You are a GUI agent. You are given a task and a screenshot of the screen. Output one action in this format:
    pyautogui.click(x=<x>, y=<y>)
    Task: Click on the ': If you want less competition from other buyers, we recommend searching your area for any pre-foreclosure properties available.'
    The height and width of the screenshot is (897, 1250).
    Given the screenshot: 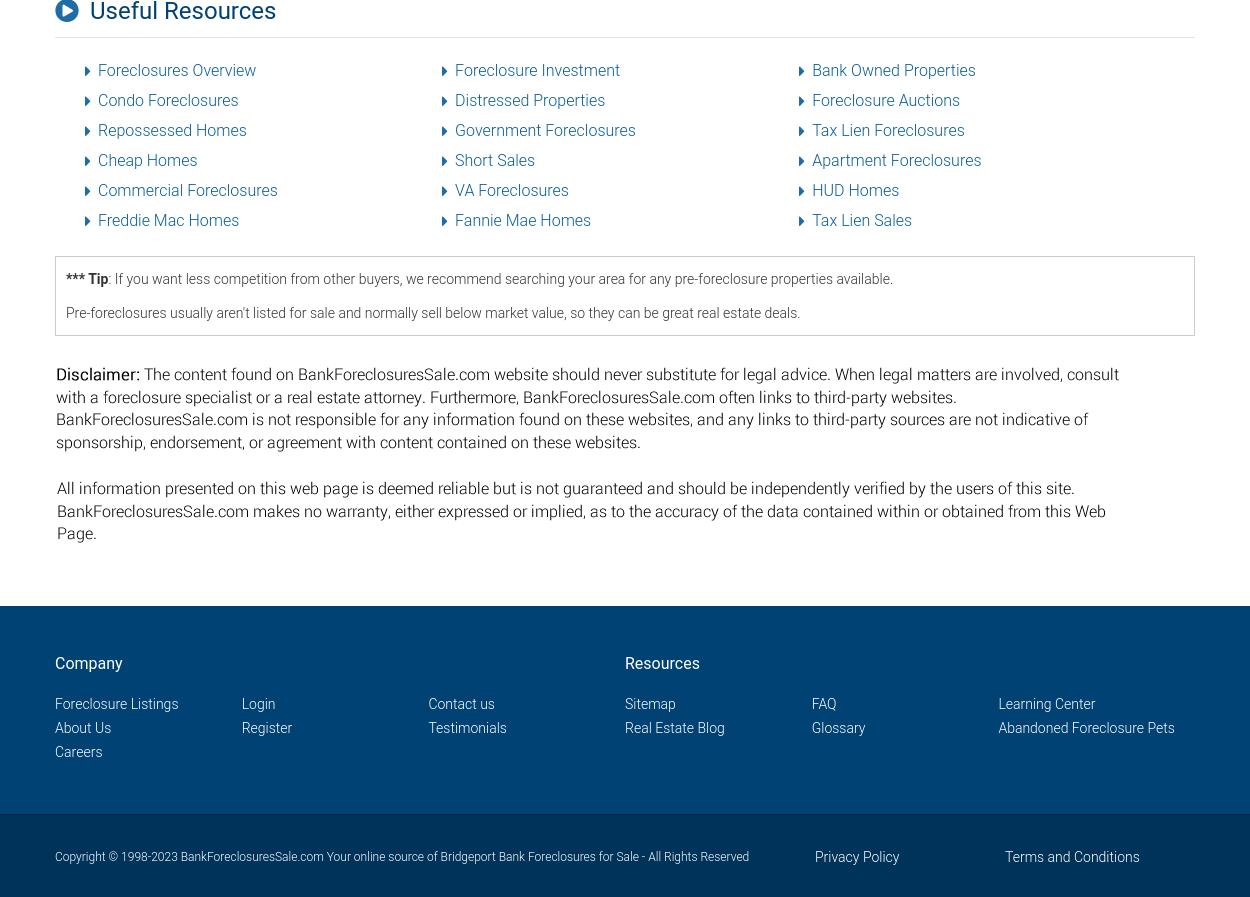 What is the action you would take?
    pyautogui.click(x=500, y=277)
    